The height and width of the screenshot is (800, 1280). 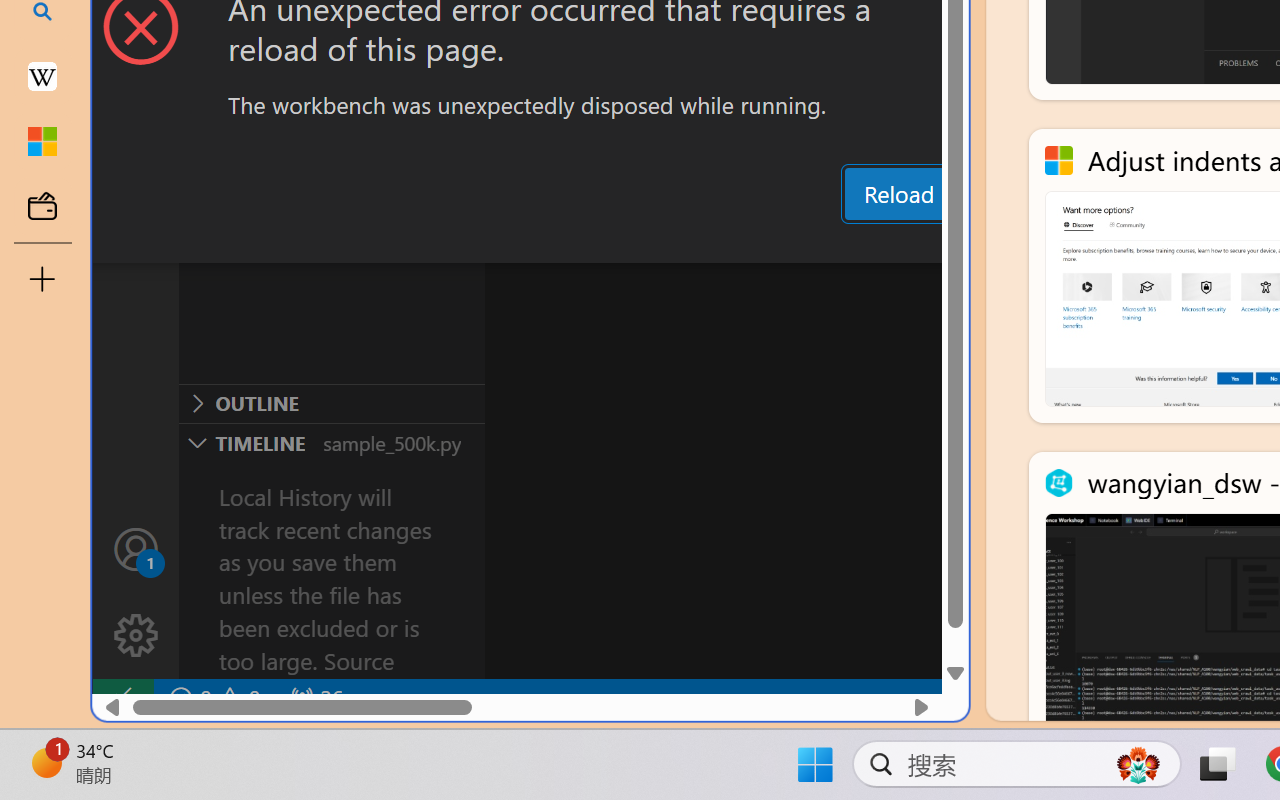 What do you see at coordinates (134, 548) in the screenshot?
I see `'Accounts - Sign in requested'` at bounding box center [134, 548].